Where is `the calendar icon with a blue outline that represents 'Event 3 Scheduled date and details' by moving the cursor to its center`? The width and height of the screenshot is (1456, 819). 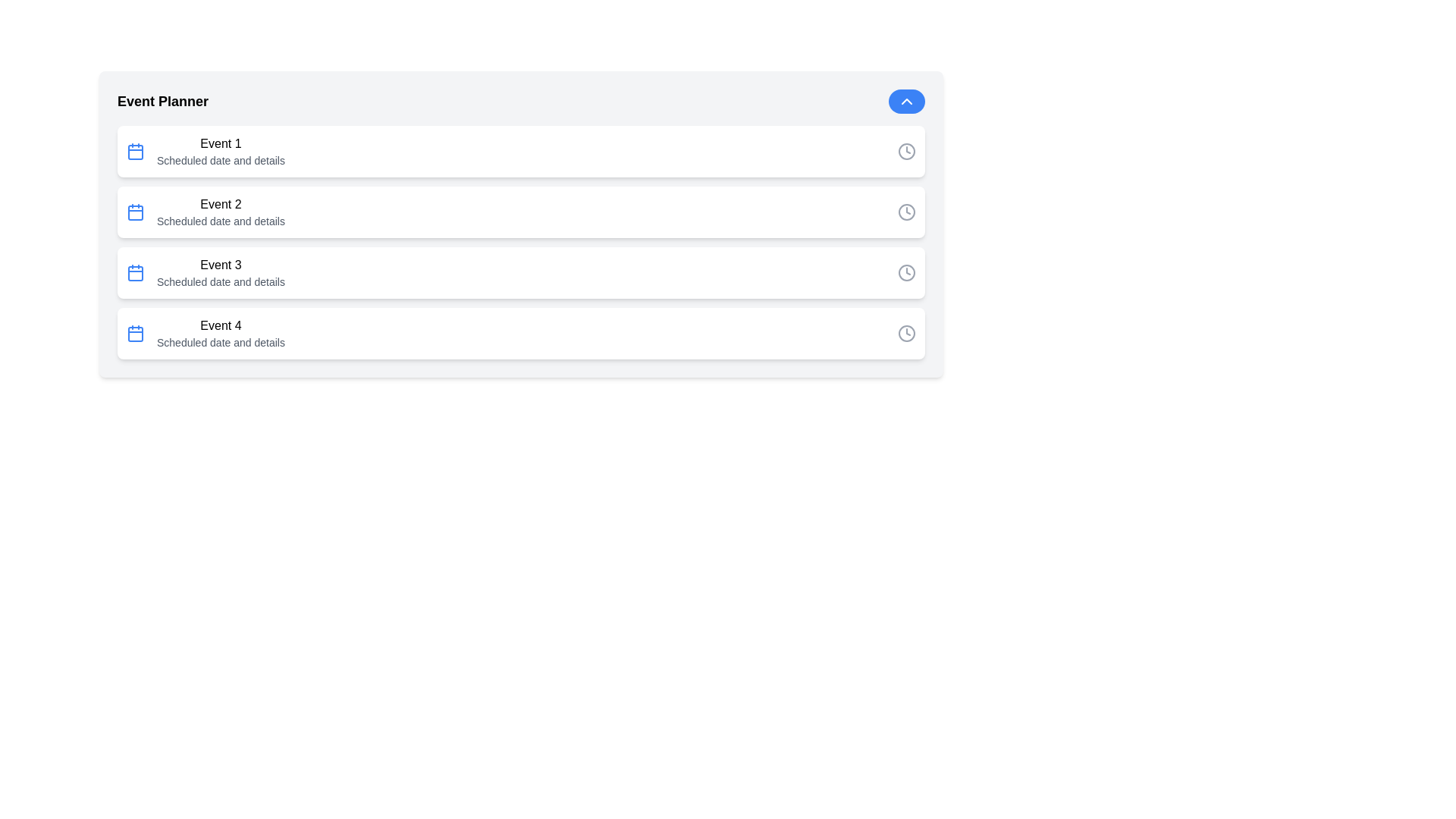 the calendar icon with a blue outline that represents 'Event 3 Scheduled date and details' by moving the cursor to its center is located at coordinates (135, 271).